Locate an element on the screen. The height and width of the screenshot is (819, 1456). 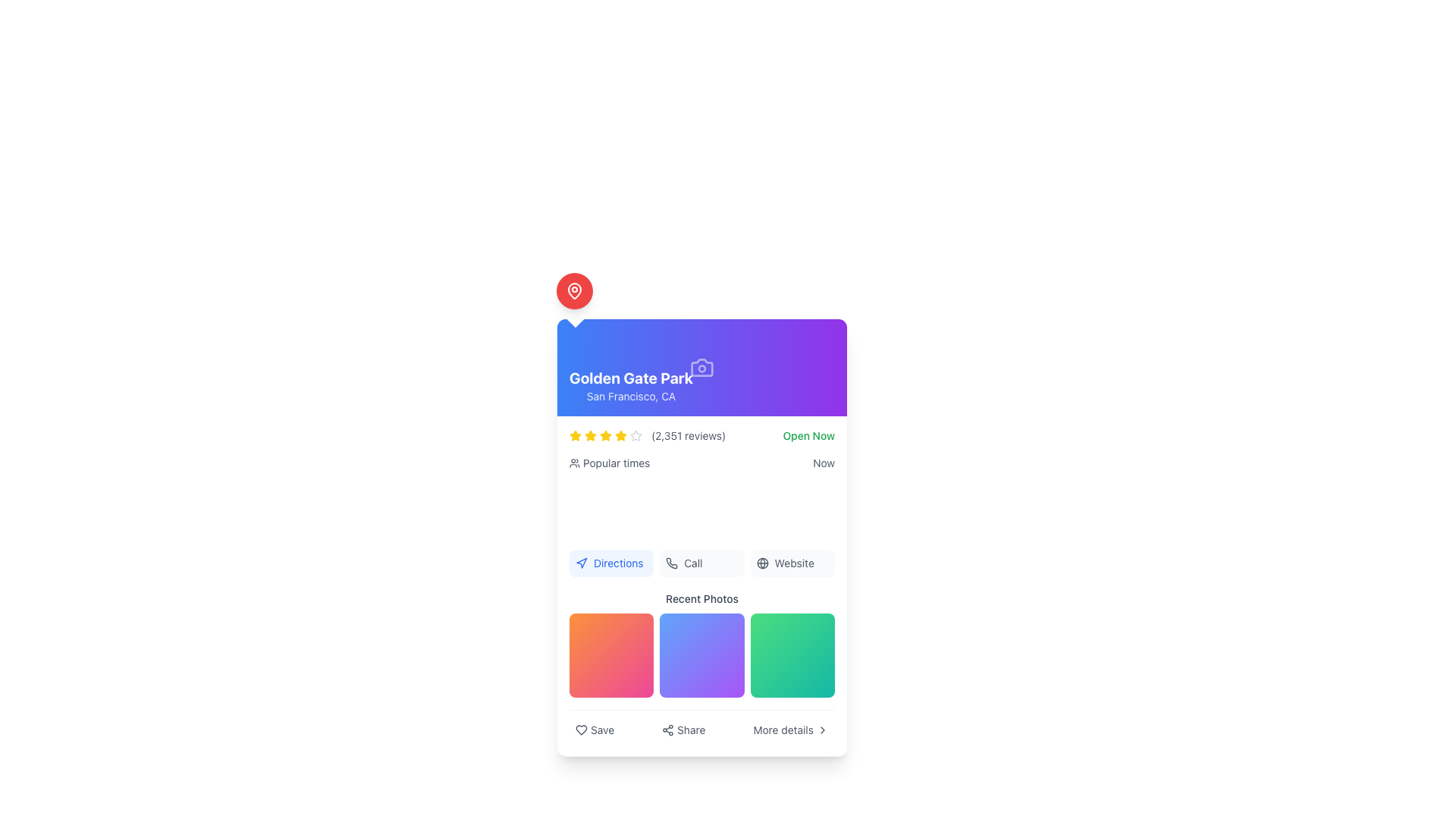
the third yellow star icon in the rating system below the title 'Golden Gate Park' is located at coordinates (604, 435).